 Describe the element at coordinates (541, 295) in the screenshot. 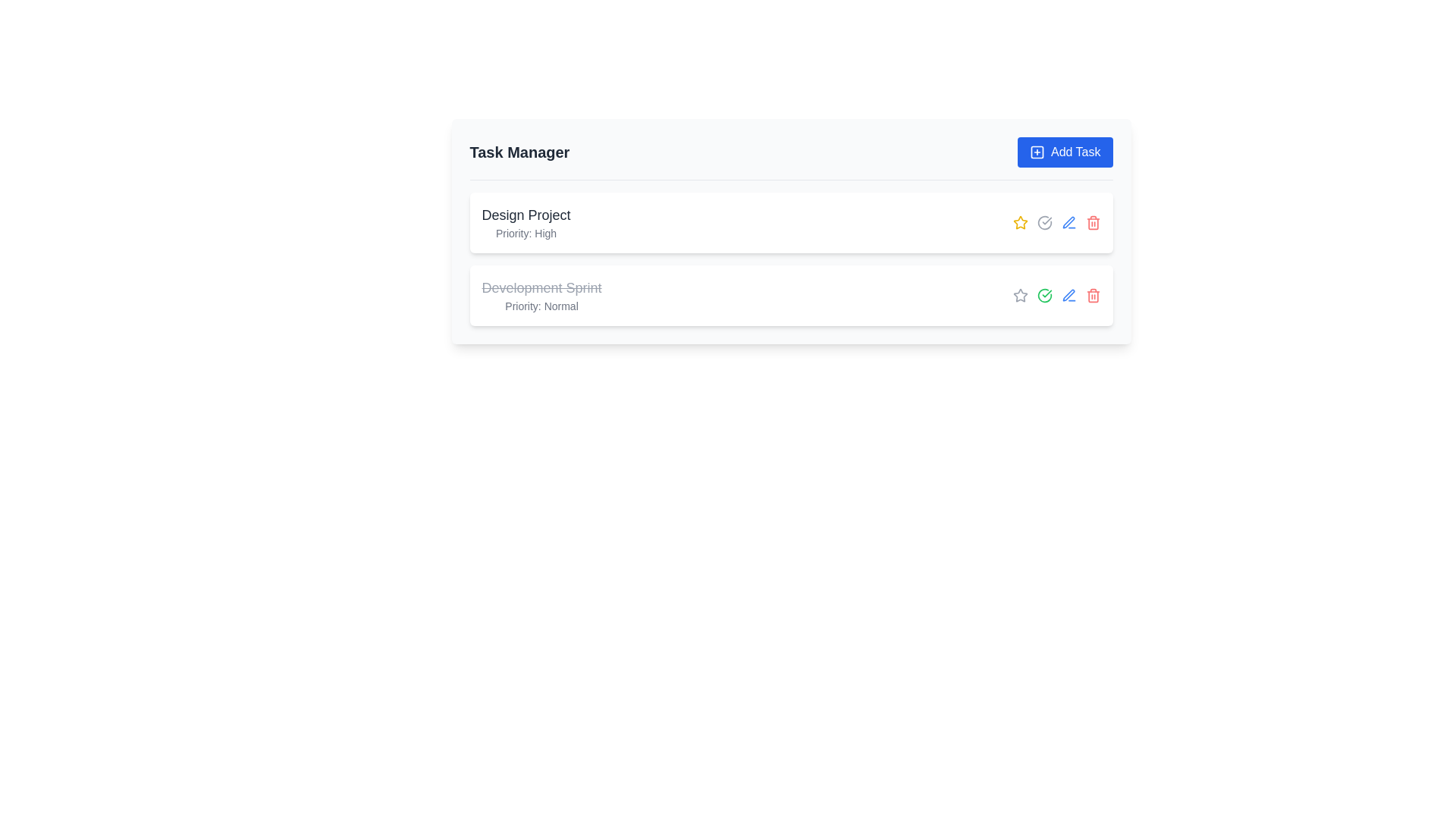

I see `the static text display component that shows 'Development Sprint' with a strikethrough and 'Priority: Normal' below it, indicating its completion status` at that location.